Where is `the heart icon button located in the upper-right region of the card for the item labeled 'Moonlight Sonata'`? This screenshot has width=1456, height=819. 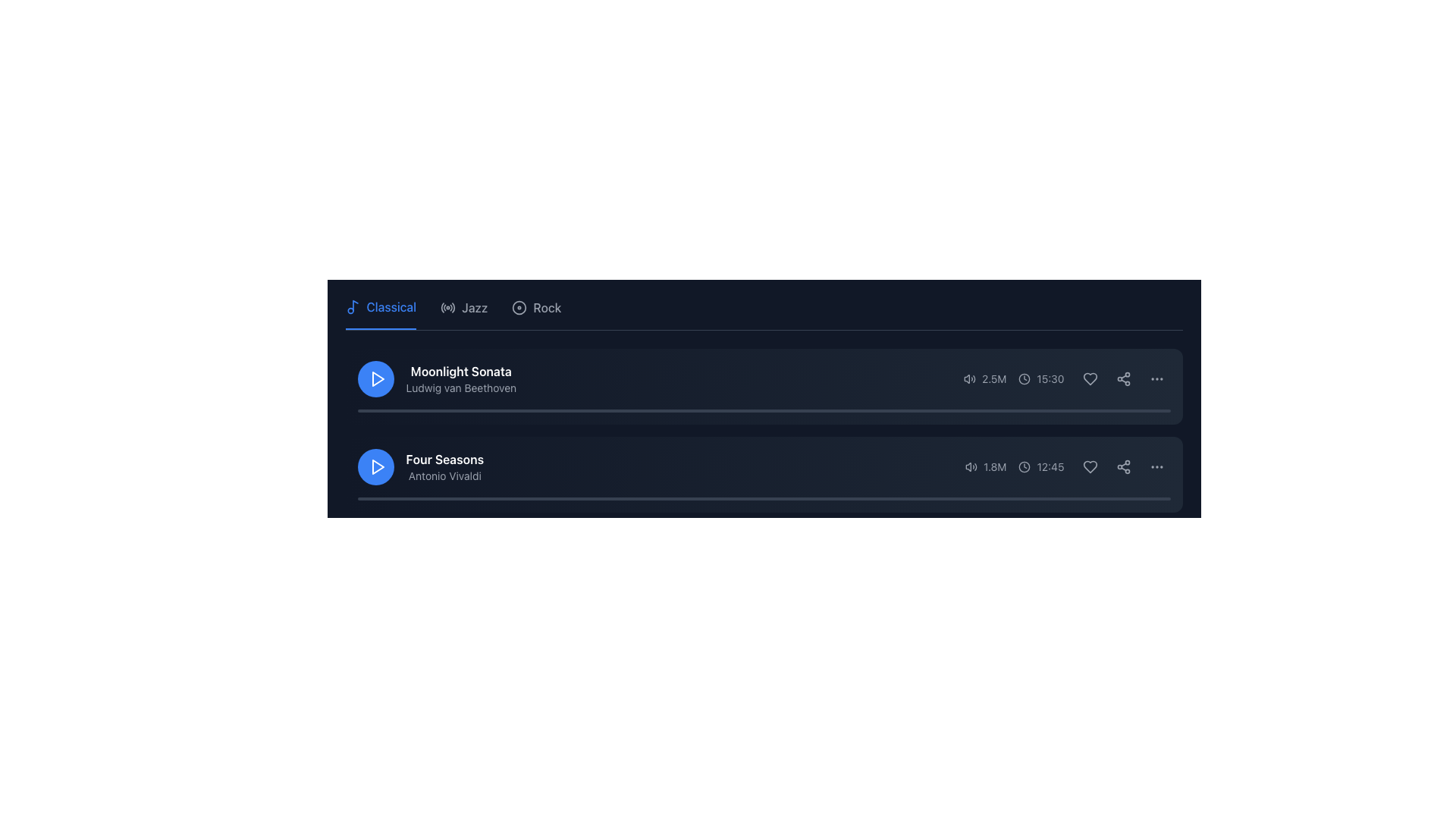
the heart icon button located in the upper-right region of the card for the item labeled 'Moonlight Sonata' is located at coordinates (1089, 378).